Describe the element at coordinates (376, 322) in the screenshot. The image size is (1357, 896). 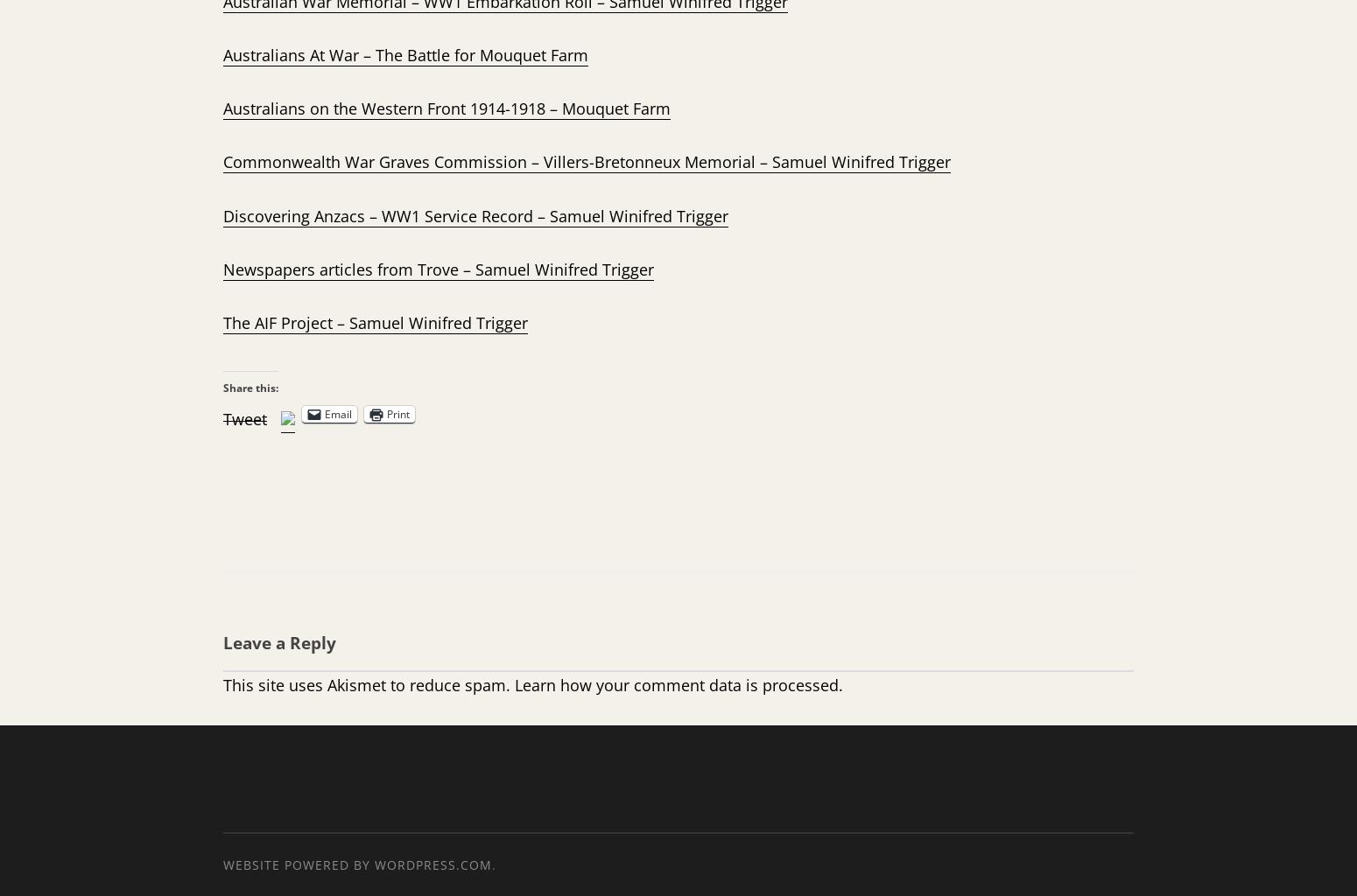
I see `'The AIF Project – Samuel Winifred Trigger'` at that location.